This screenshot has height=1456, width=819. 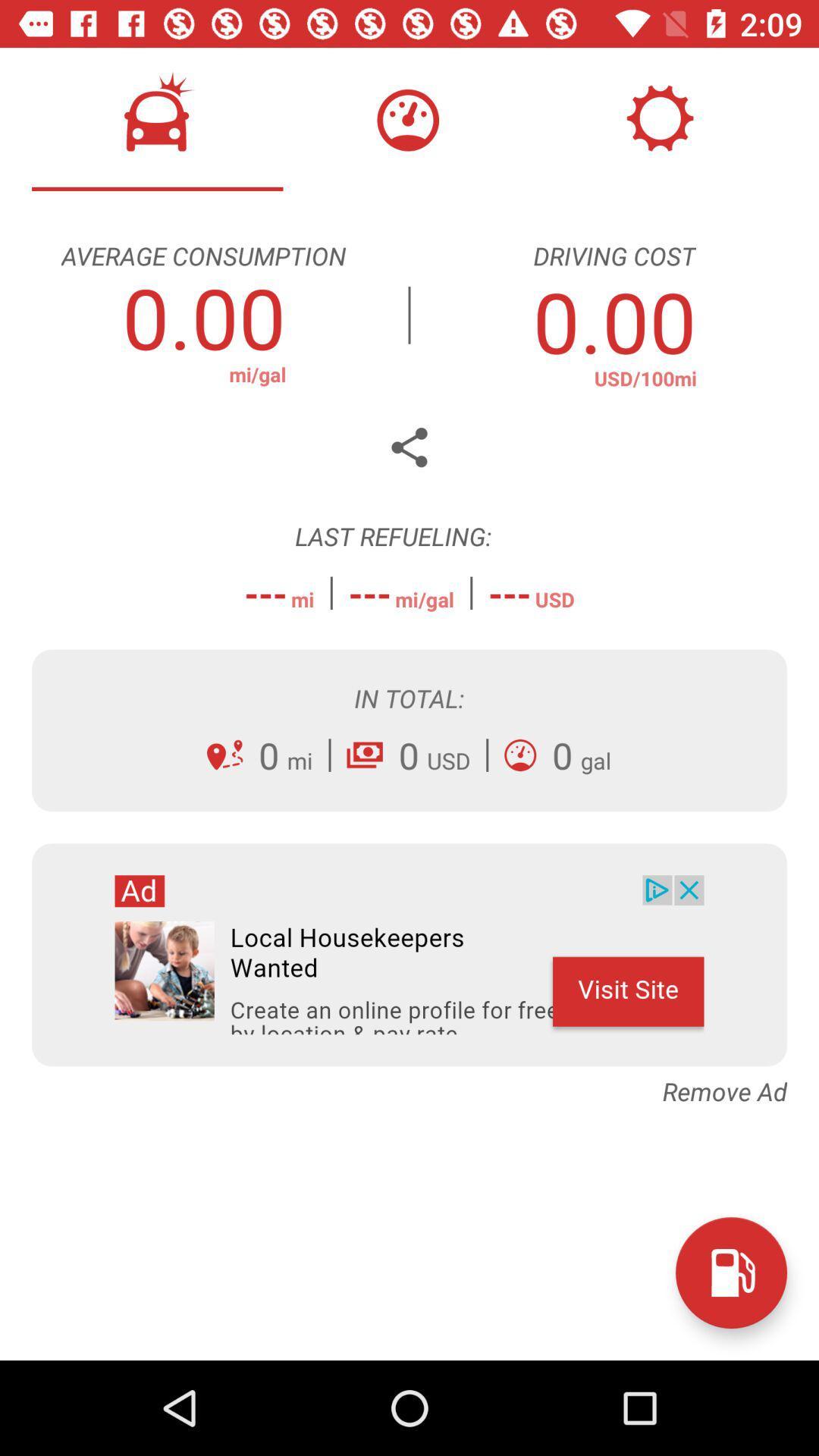 I want to click on the share icon, so click(x=409, y=447).